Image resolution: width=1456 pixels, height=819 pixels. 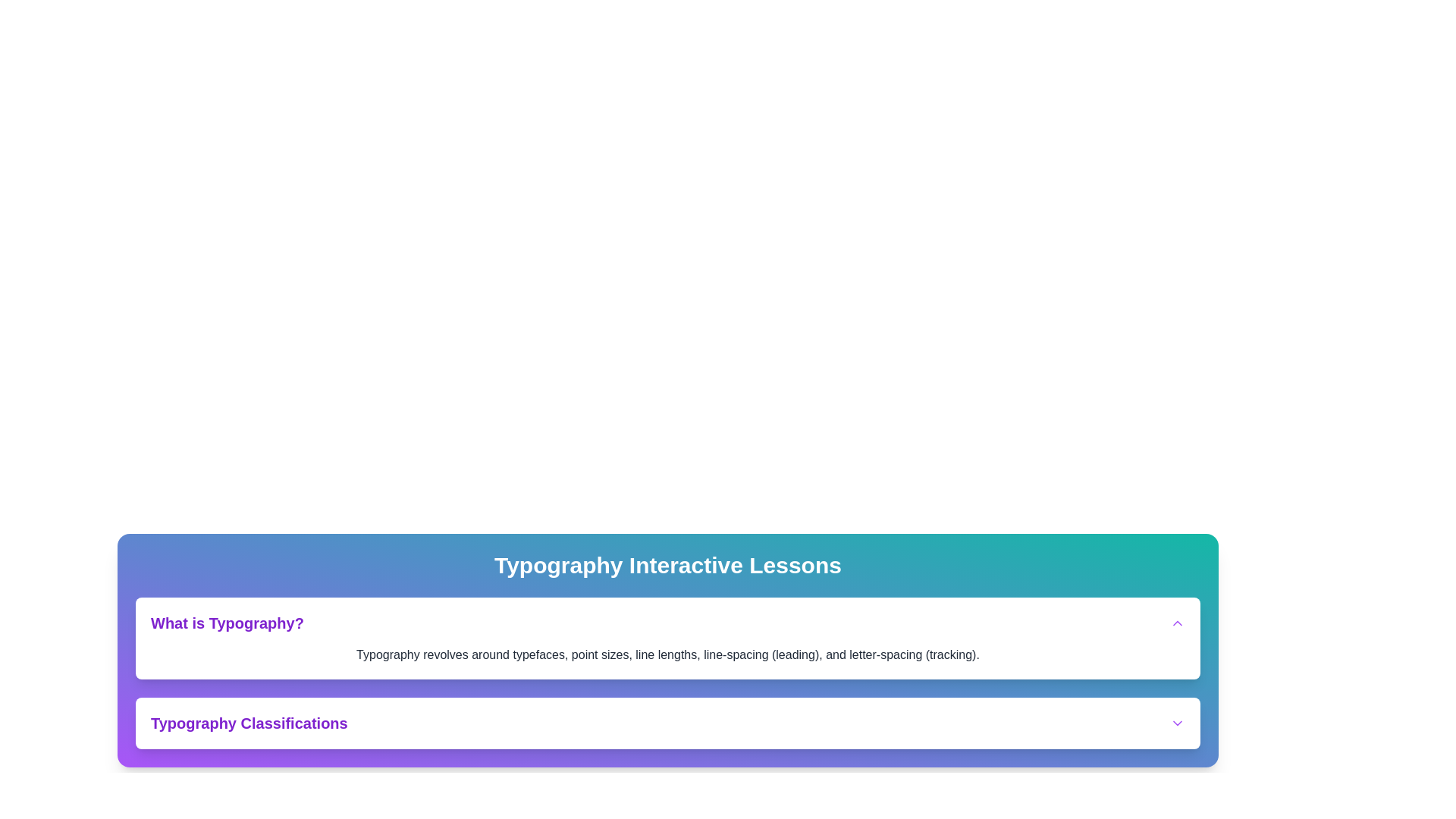 What do you see at coordinates (667, 654) in the screenshot?
I see `text in the paragraph styled with smaller, gray-colored text located directly below the heading 'What is Typography?' in the UI` at bounding box center [667, 654].